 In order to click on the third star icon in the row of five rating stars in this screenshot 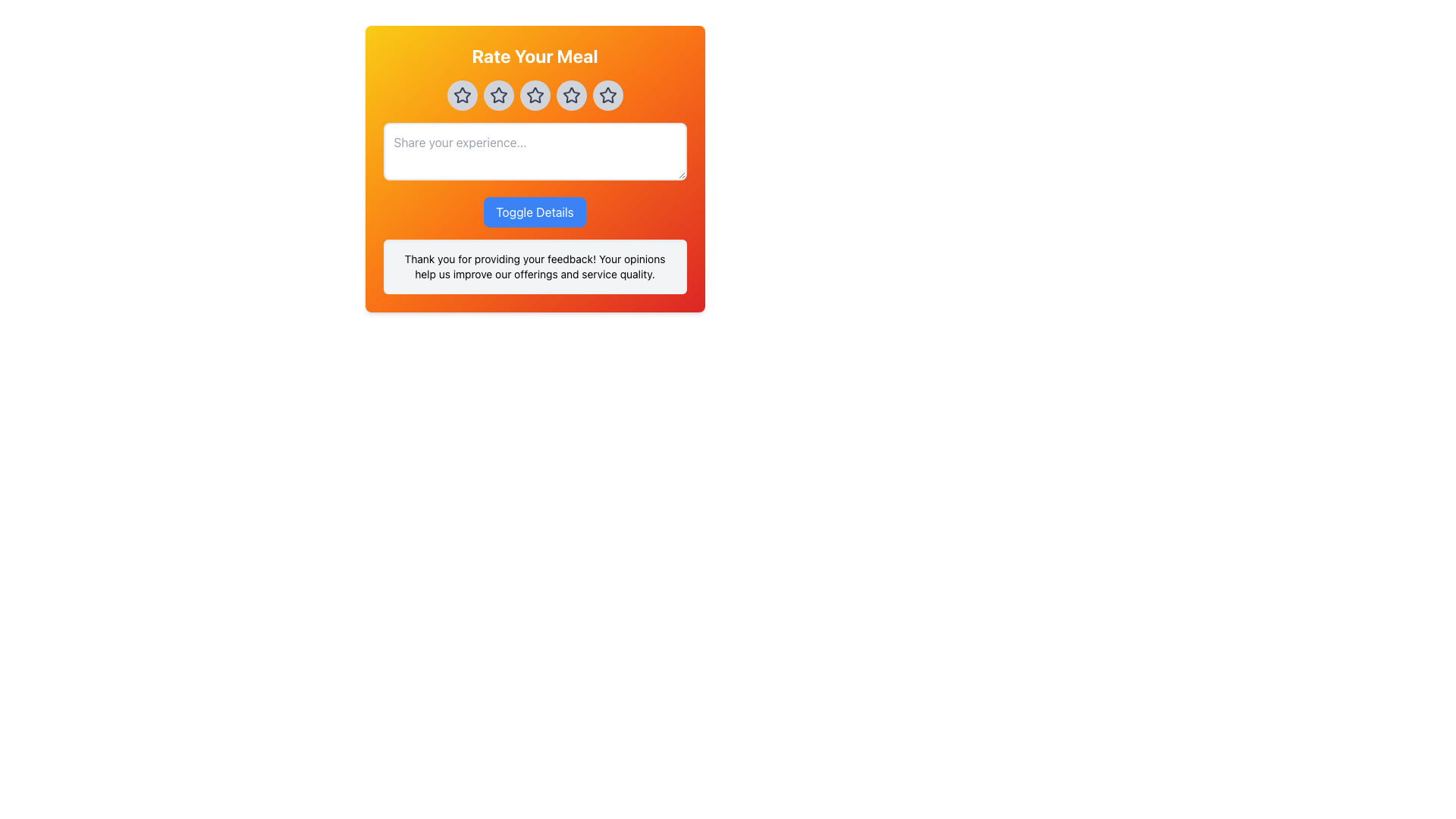, I will do `click(535, 96)`.